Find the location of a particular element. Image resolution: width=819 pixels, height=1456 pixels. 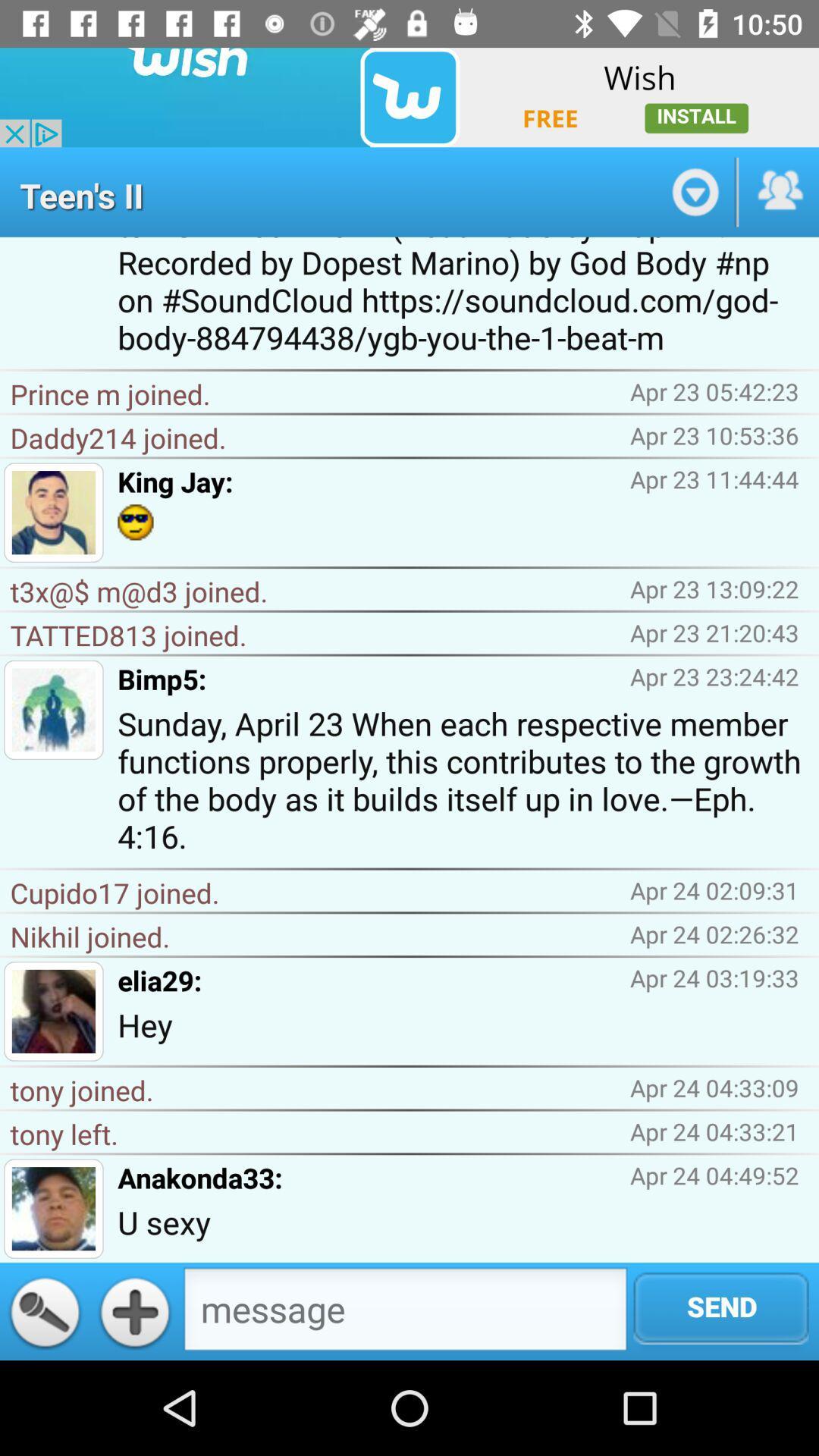

messege button is located at coordinates (404, 1312).